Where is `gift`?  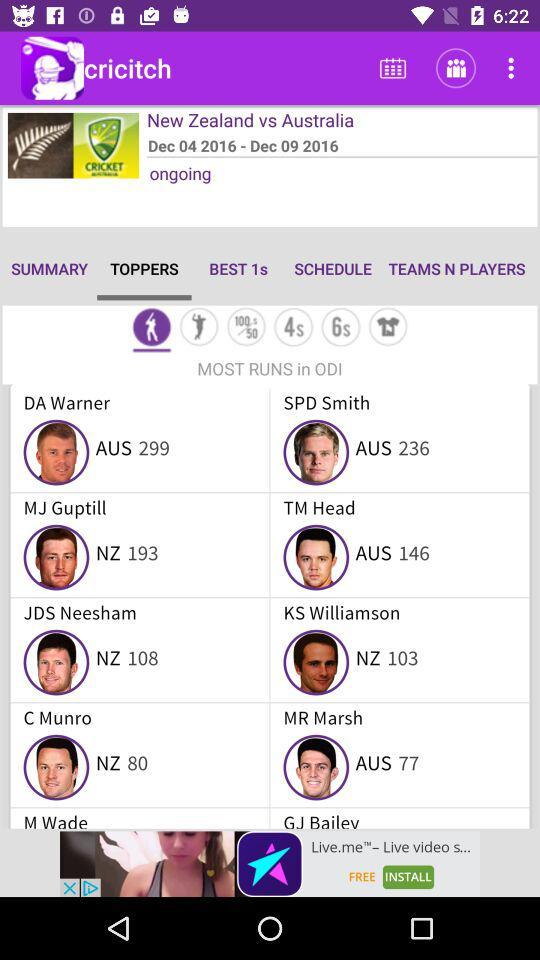
gift is located at coordinates (388, 329).